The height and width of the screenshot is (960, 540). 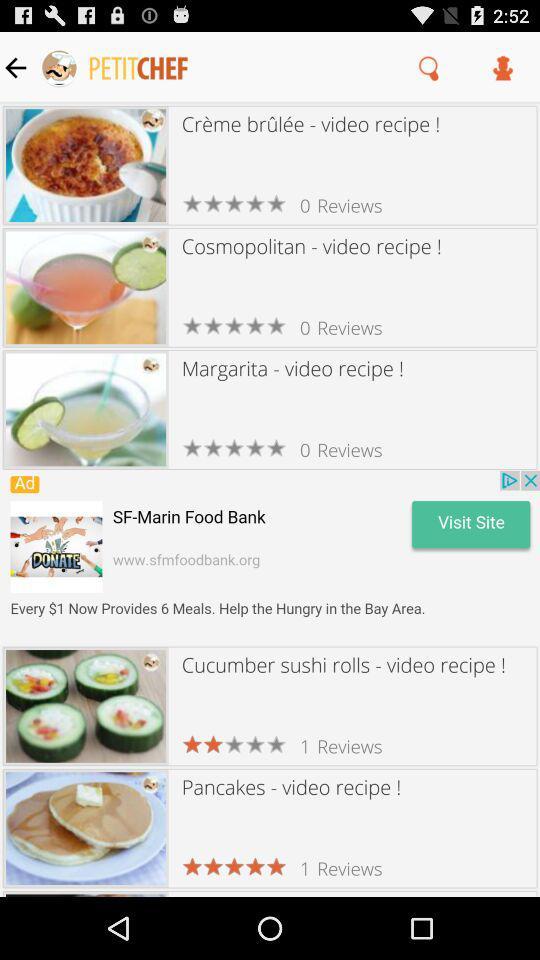 What do you see at coordinates (429, 67) in the screenshot?
I see `search icon` at bounding box center [429, 67].